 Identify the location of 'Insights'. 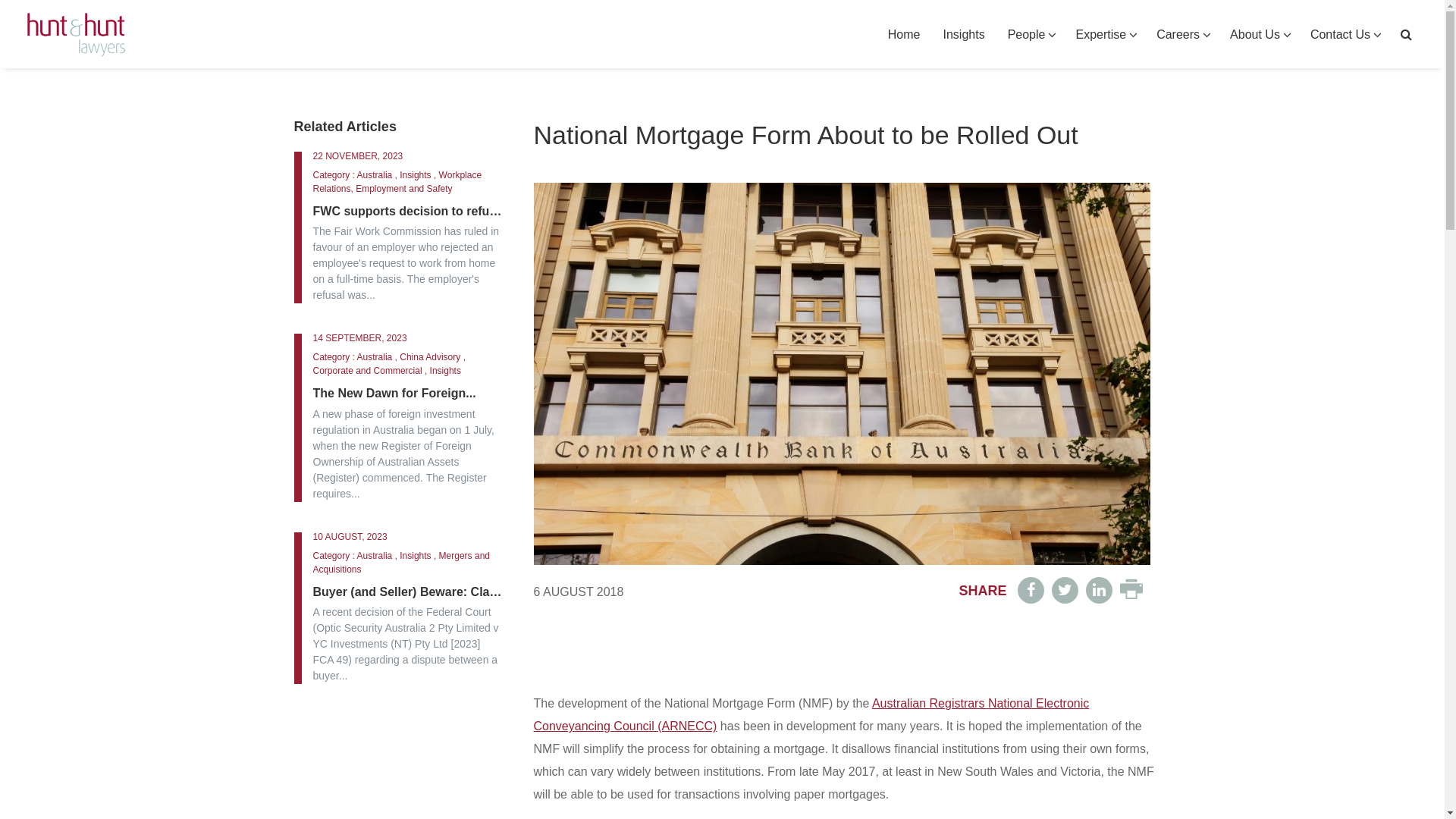
(400, 174).